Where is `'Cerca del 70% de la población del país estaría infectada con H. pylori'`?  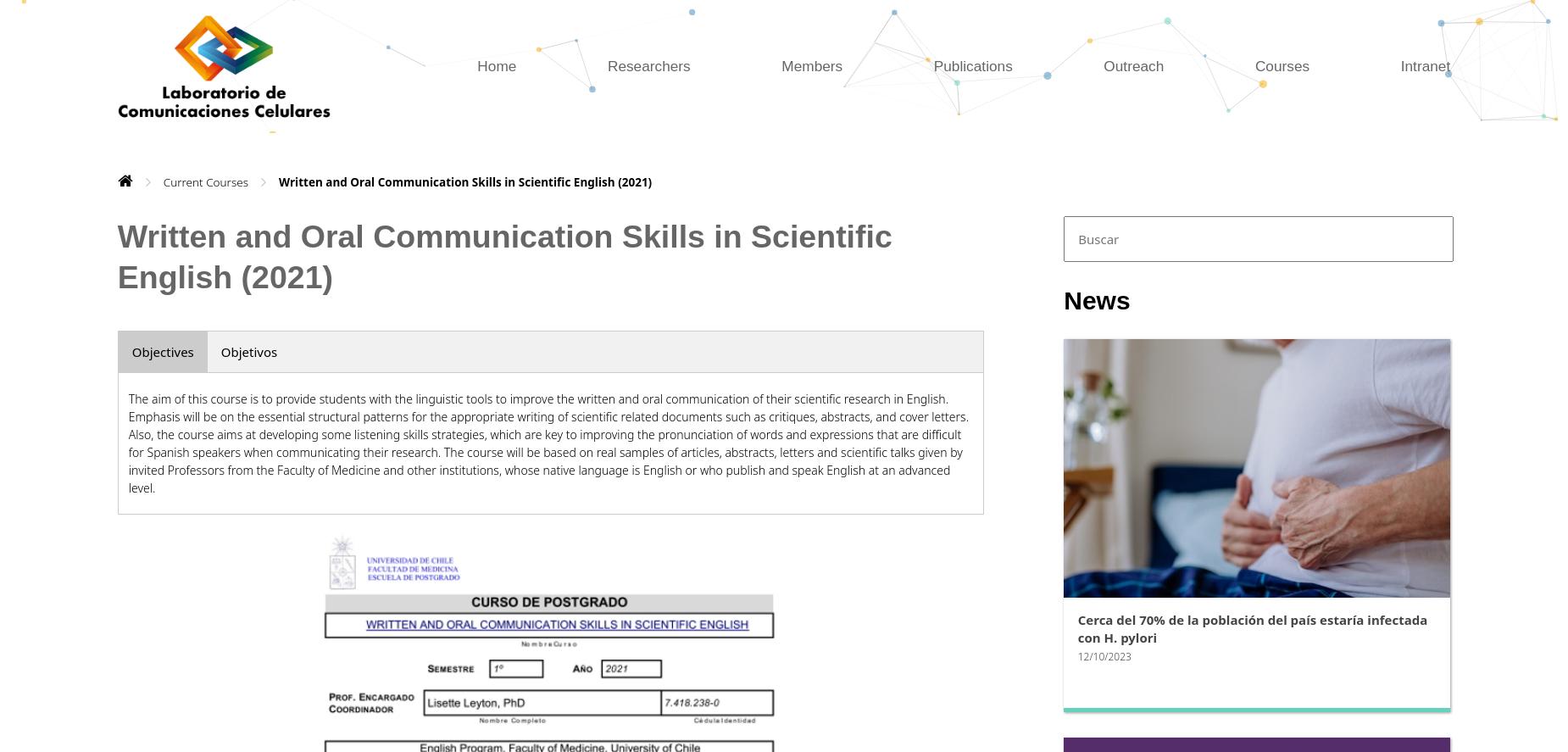
'Cerca del 70% de la población del país estaría infectada con H. pylori' is located at coordinates (1252, 627).